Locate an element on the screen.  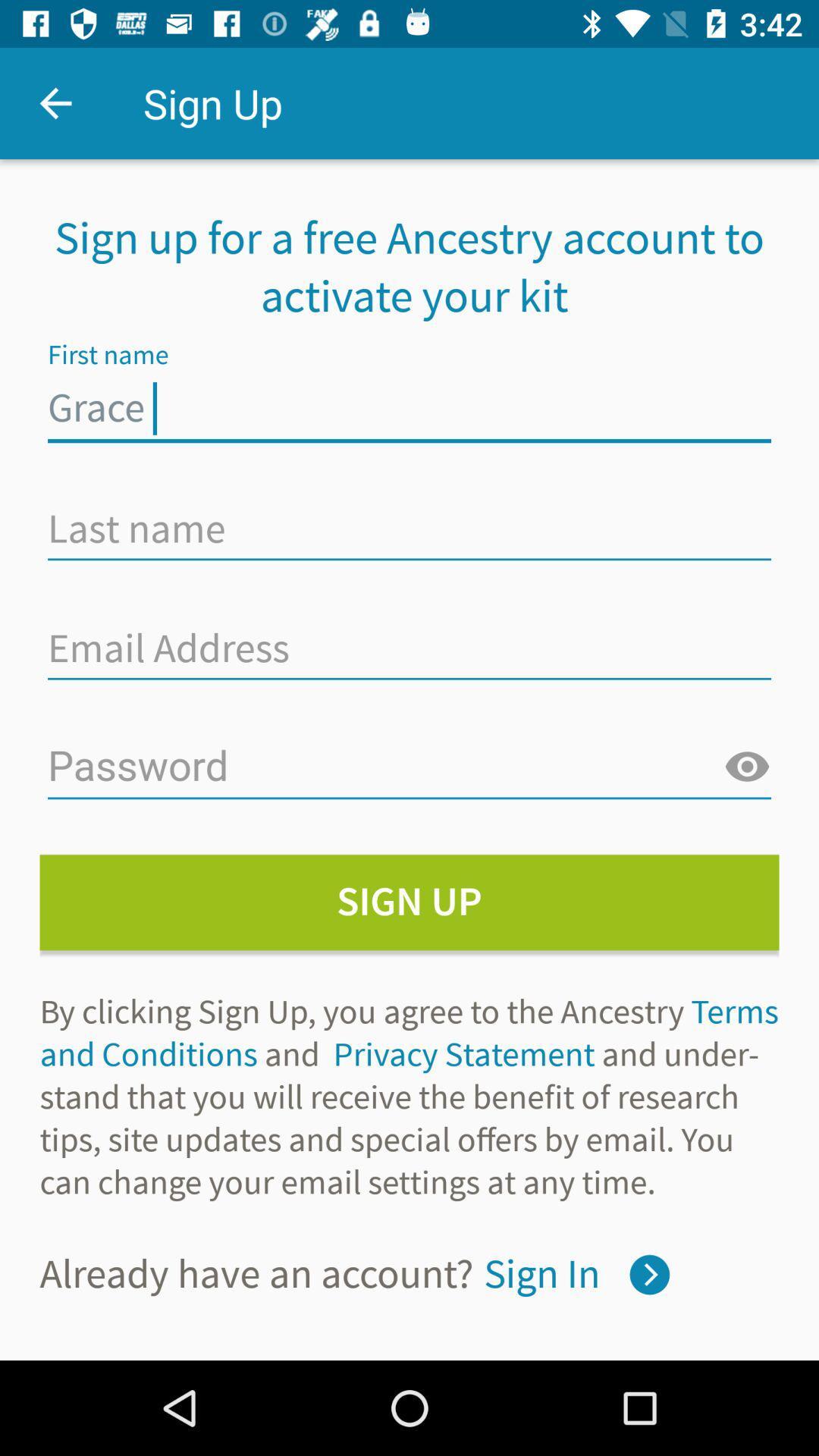
password is located at coordinates (409, 767).